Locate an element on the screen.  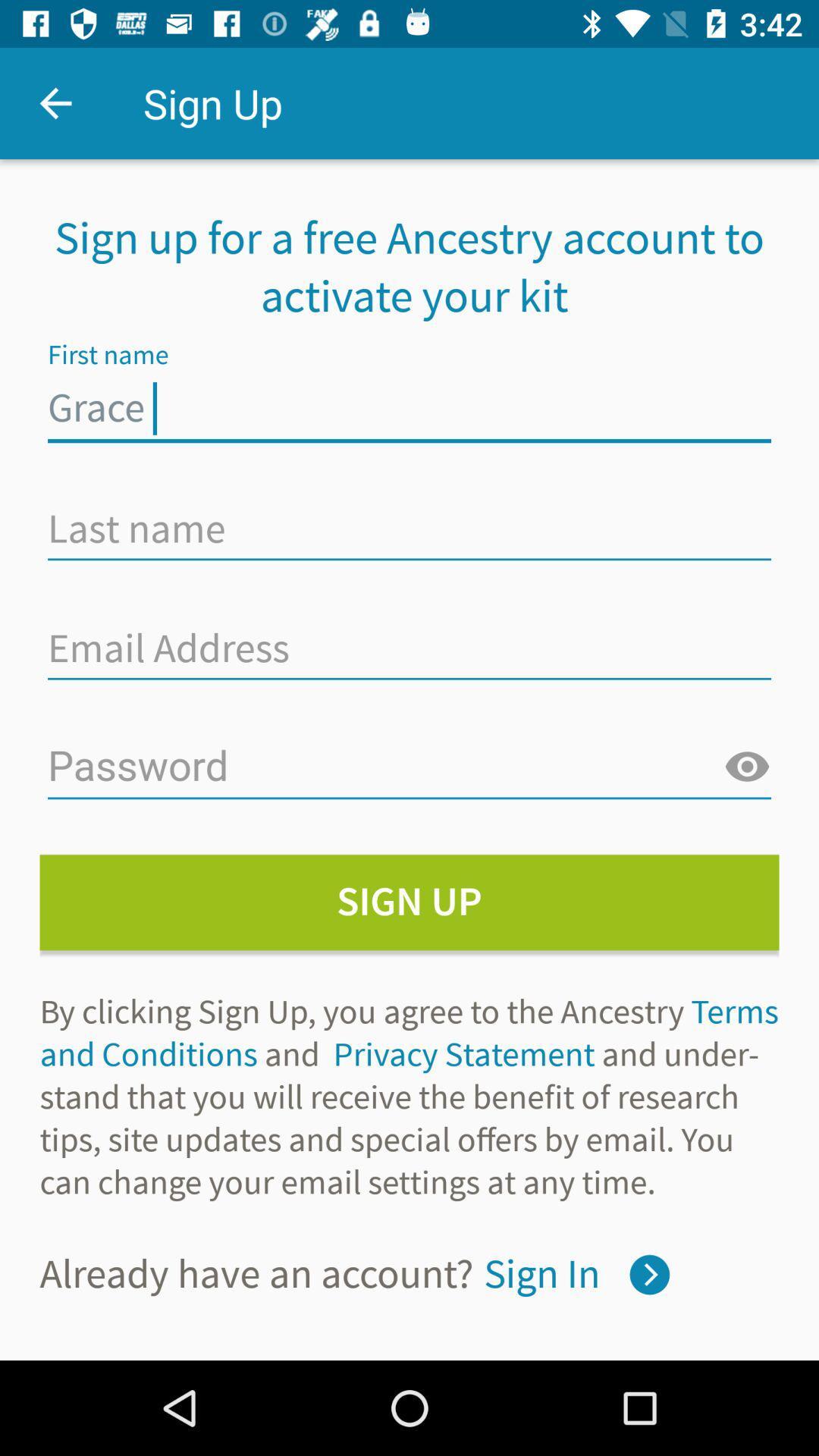
password is located at coordinates (409, 767).